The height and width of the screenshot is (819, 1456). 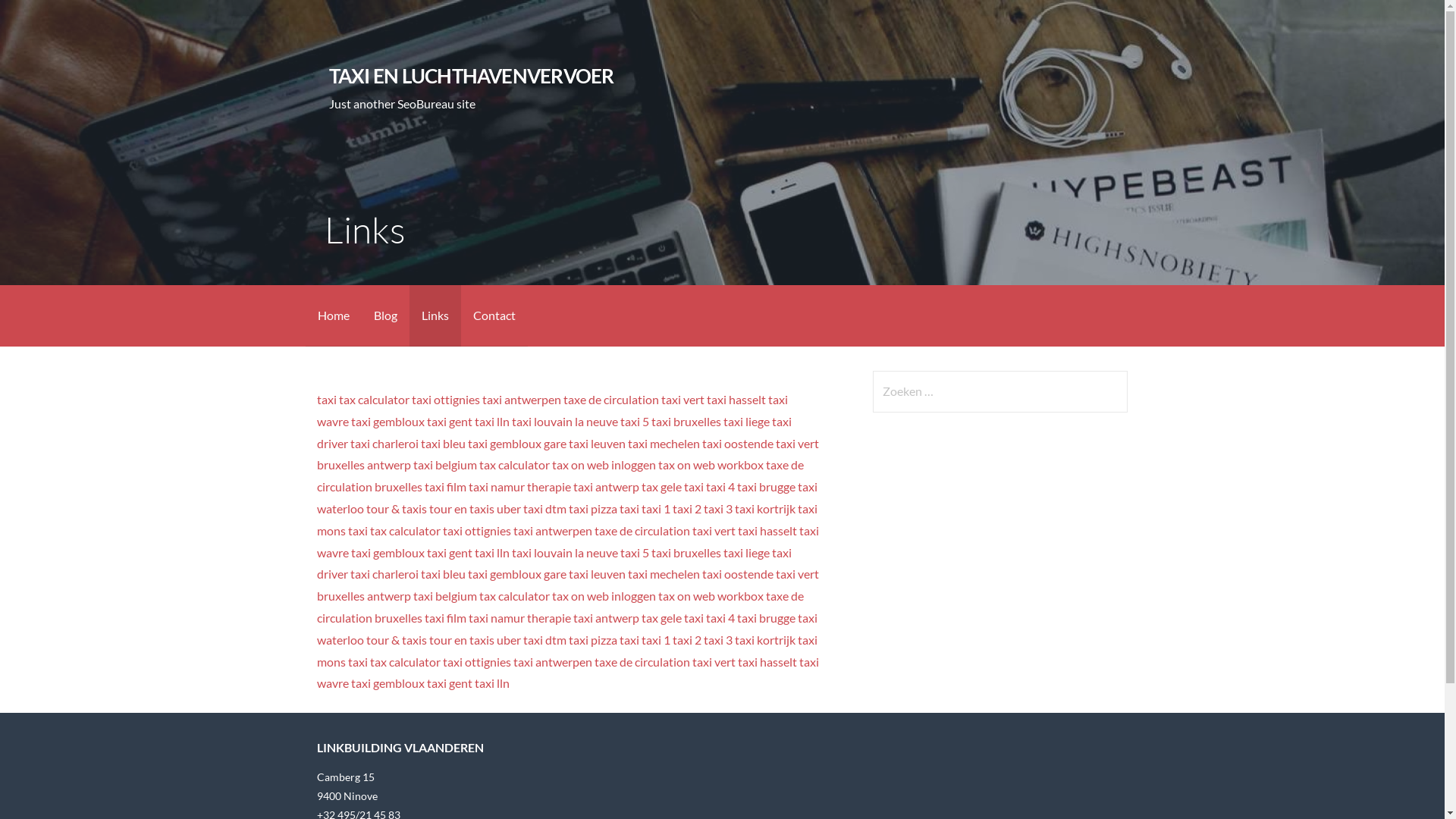 What do you see at coordinates (615, 508) in the screenshot?
I see `'pizza taxi'` at bounding box center [615, 508].